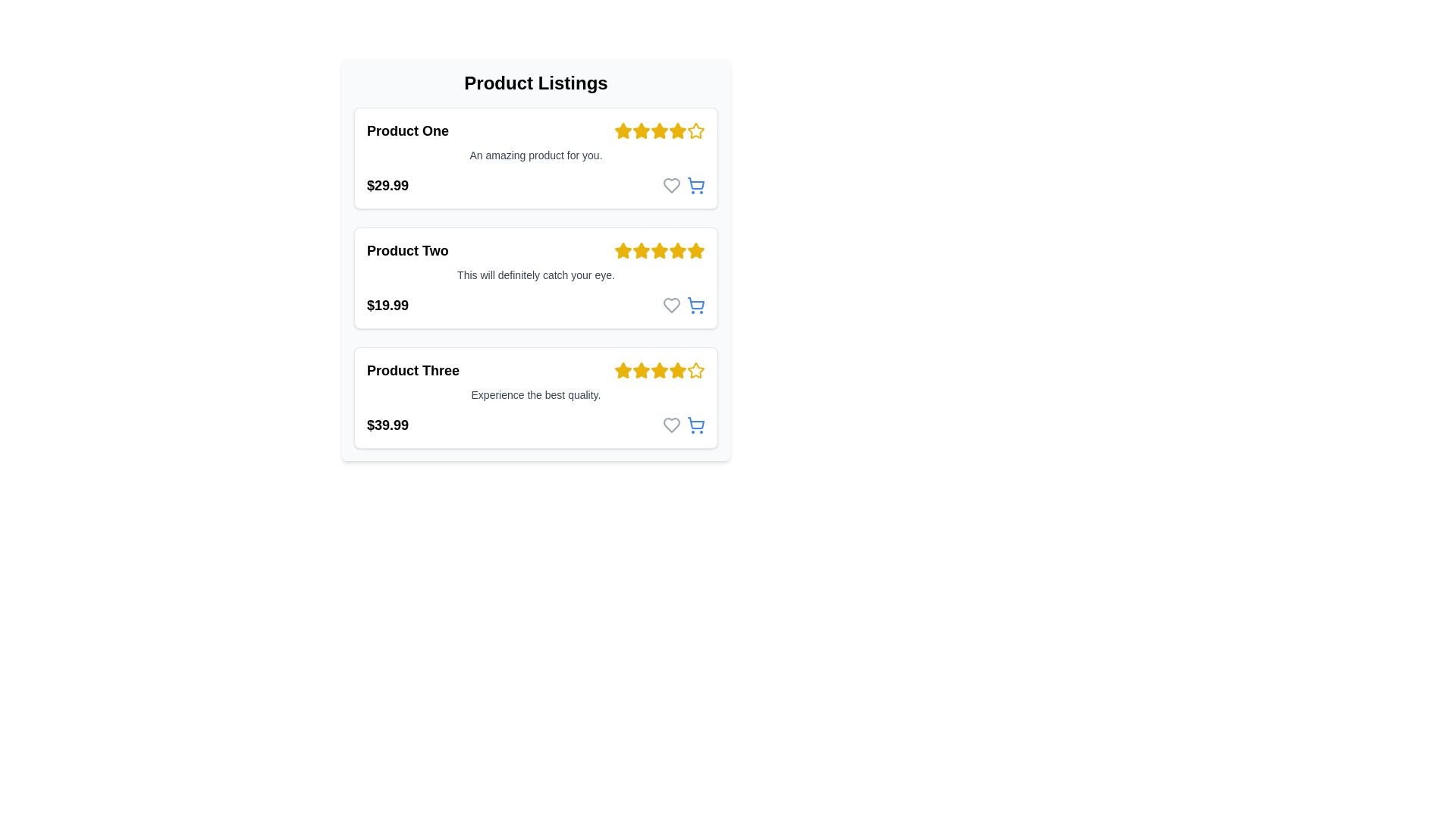 This screenshot has width=1456, height=819. I want to click on the yellow star icon used for rating in the 'Product Three' section, which is the first in a row of similar stars under the 'Product Listings' heading, so click(623, 371).